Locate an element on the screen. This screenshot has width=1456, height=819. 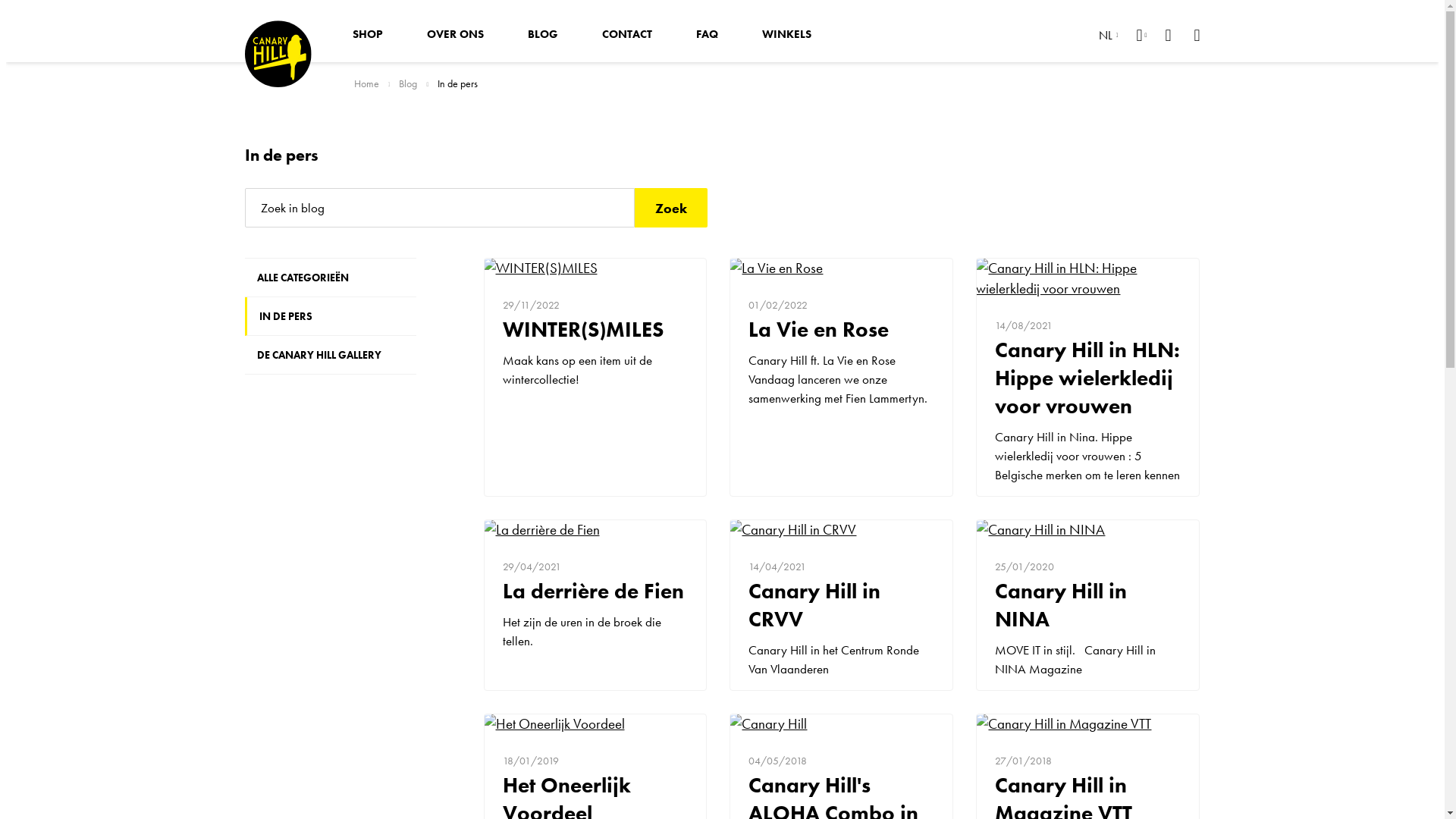
'WINKELS' is located at coordinates (786, 34).